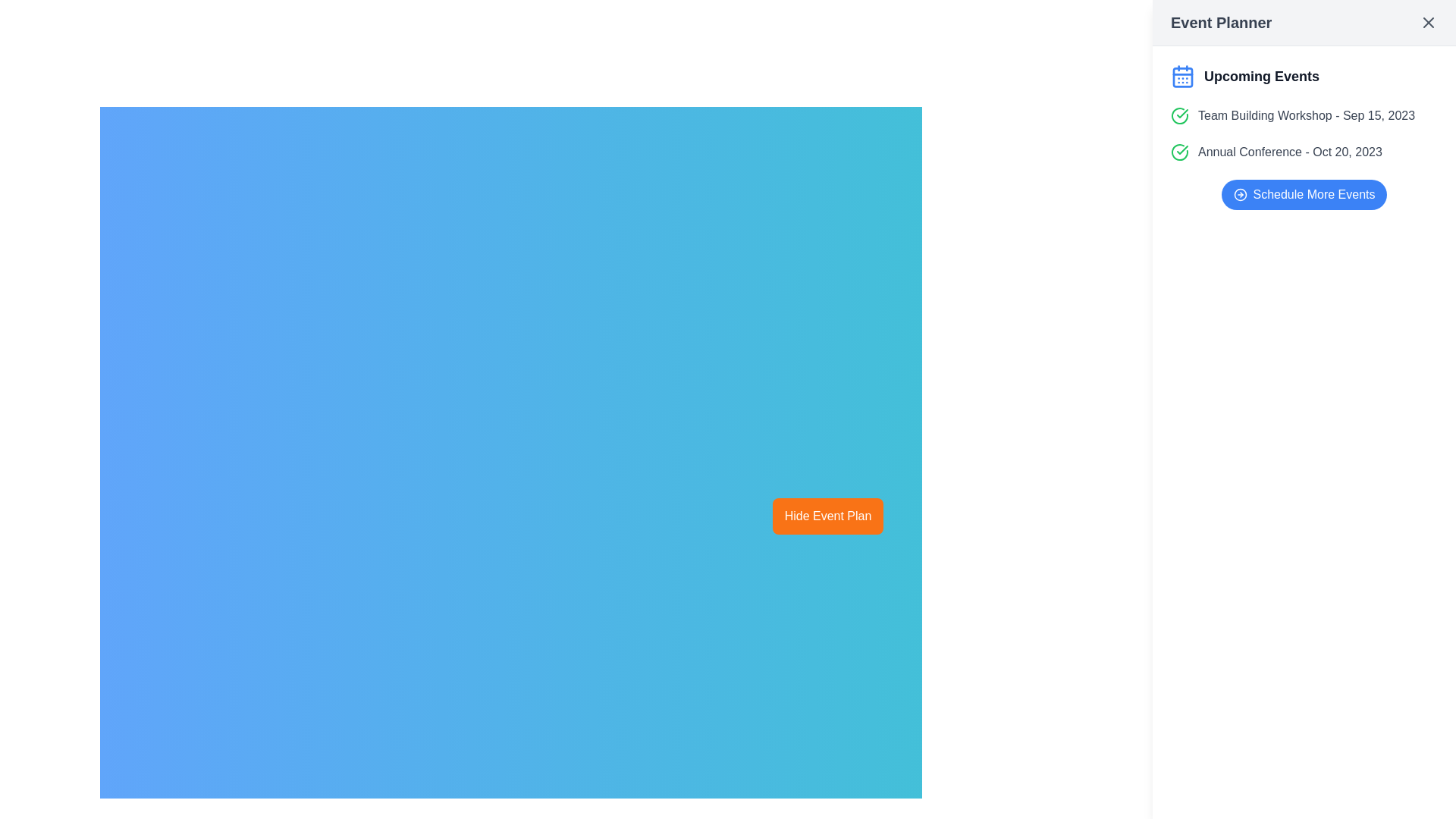  Describe the element at coordinates (1182, 77) in the screenshot. I see `the main body rectangle of the SVG calendar icon located at the top of the 'Upcoming Events' section in the 'Event Planner' sidebar` at that location.